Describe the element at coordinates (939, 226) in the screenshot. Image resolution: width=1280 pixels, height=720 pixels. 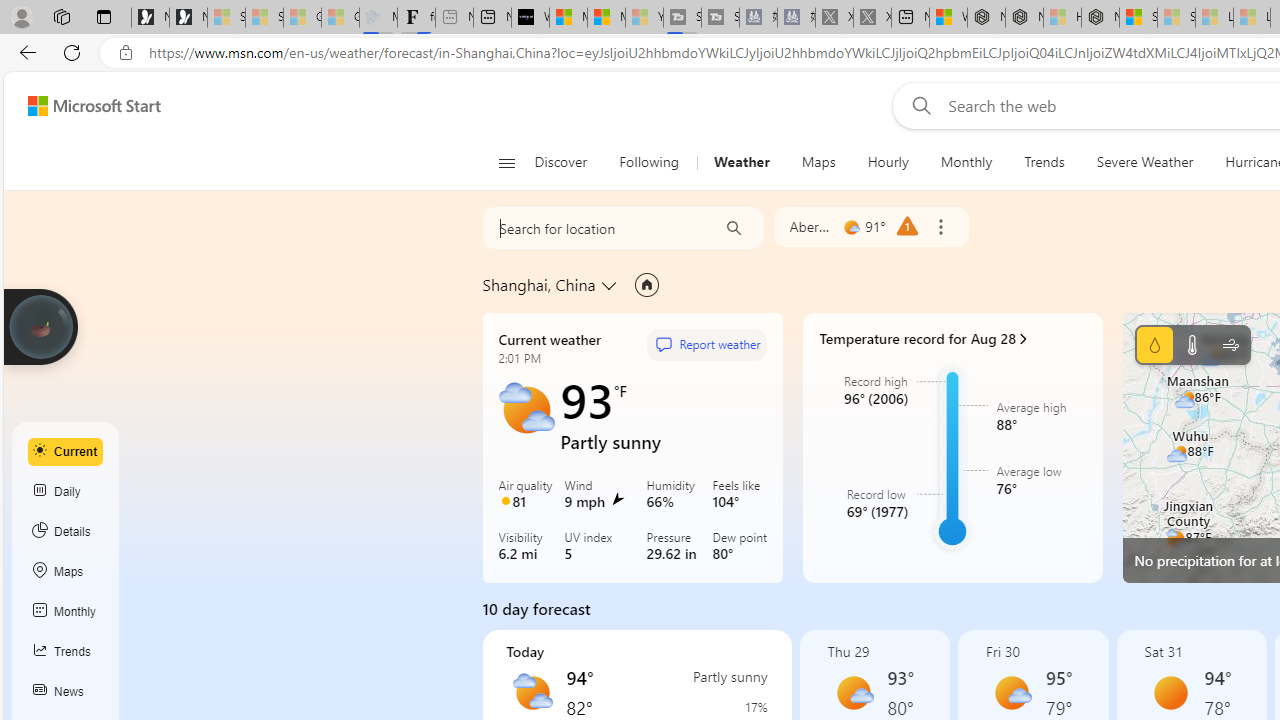
I see `'Remove location'` at that location.